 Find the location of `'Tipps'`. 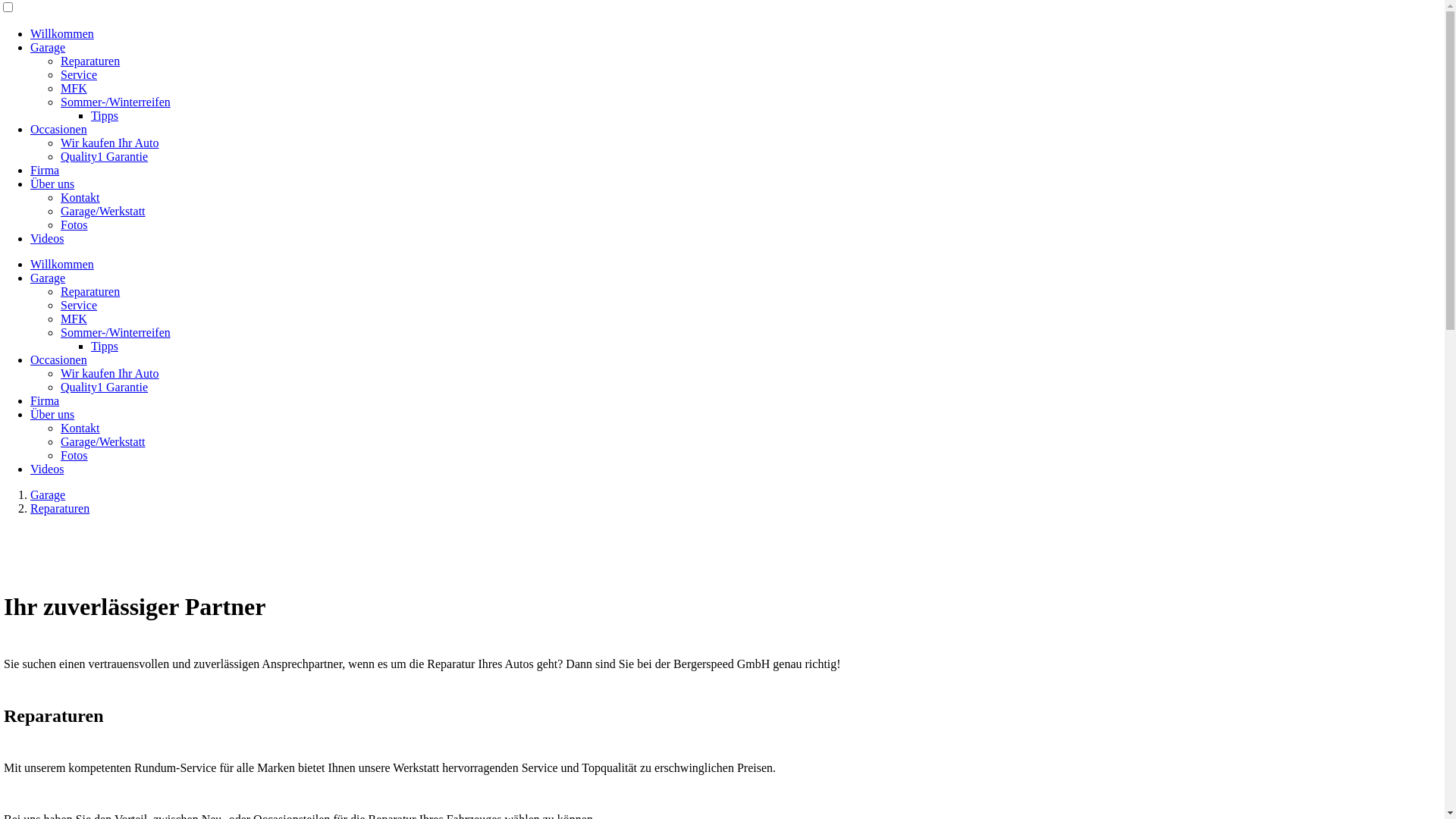

'Tipps' is located at coordinates (90, 115).